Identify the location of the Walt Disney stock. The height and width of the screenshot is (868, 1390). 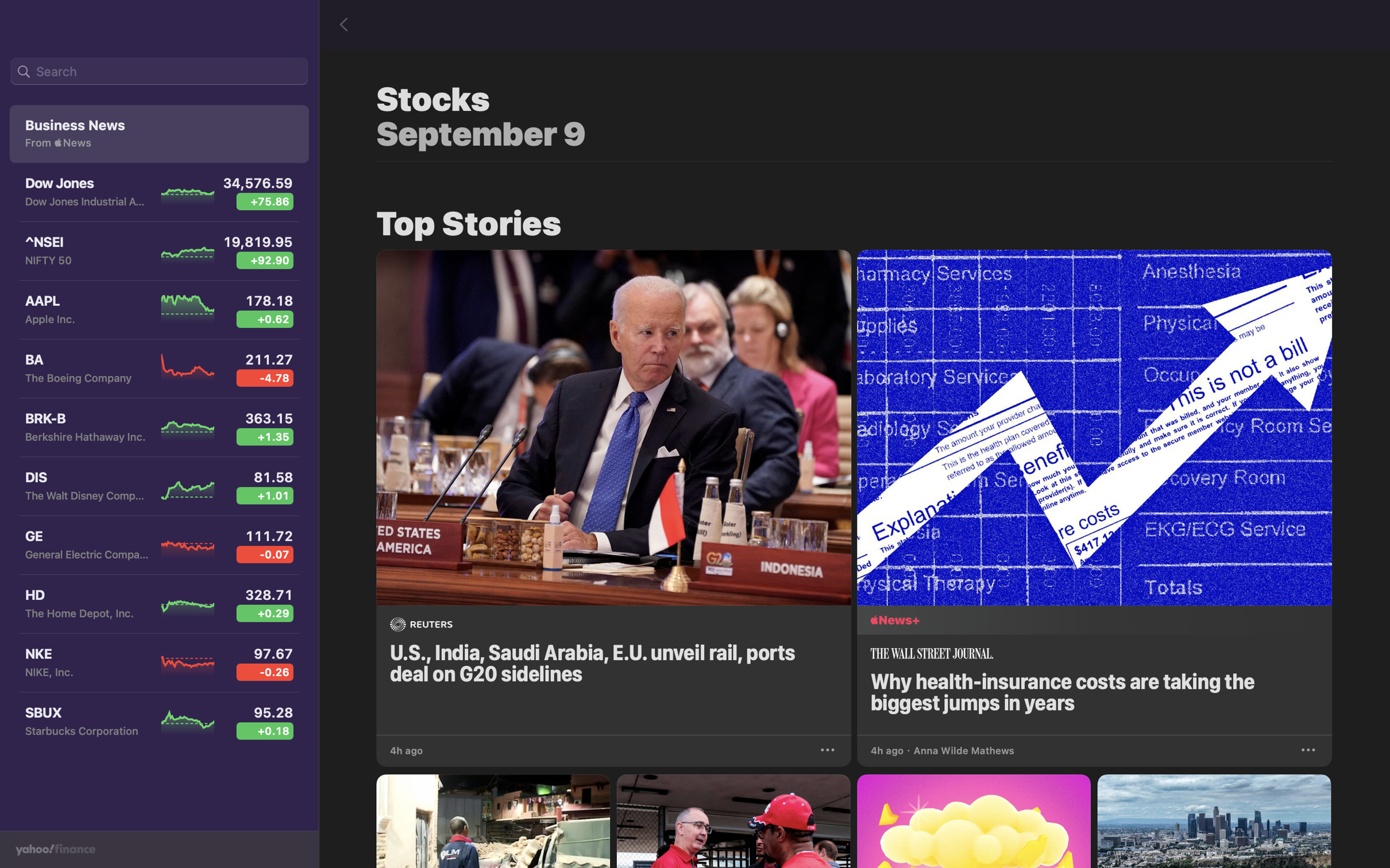
(155, 489).